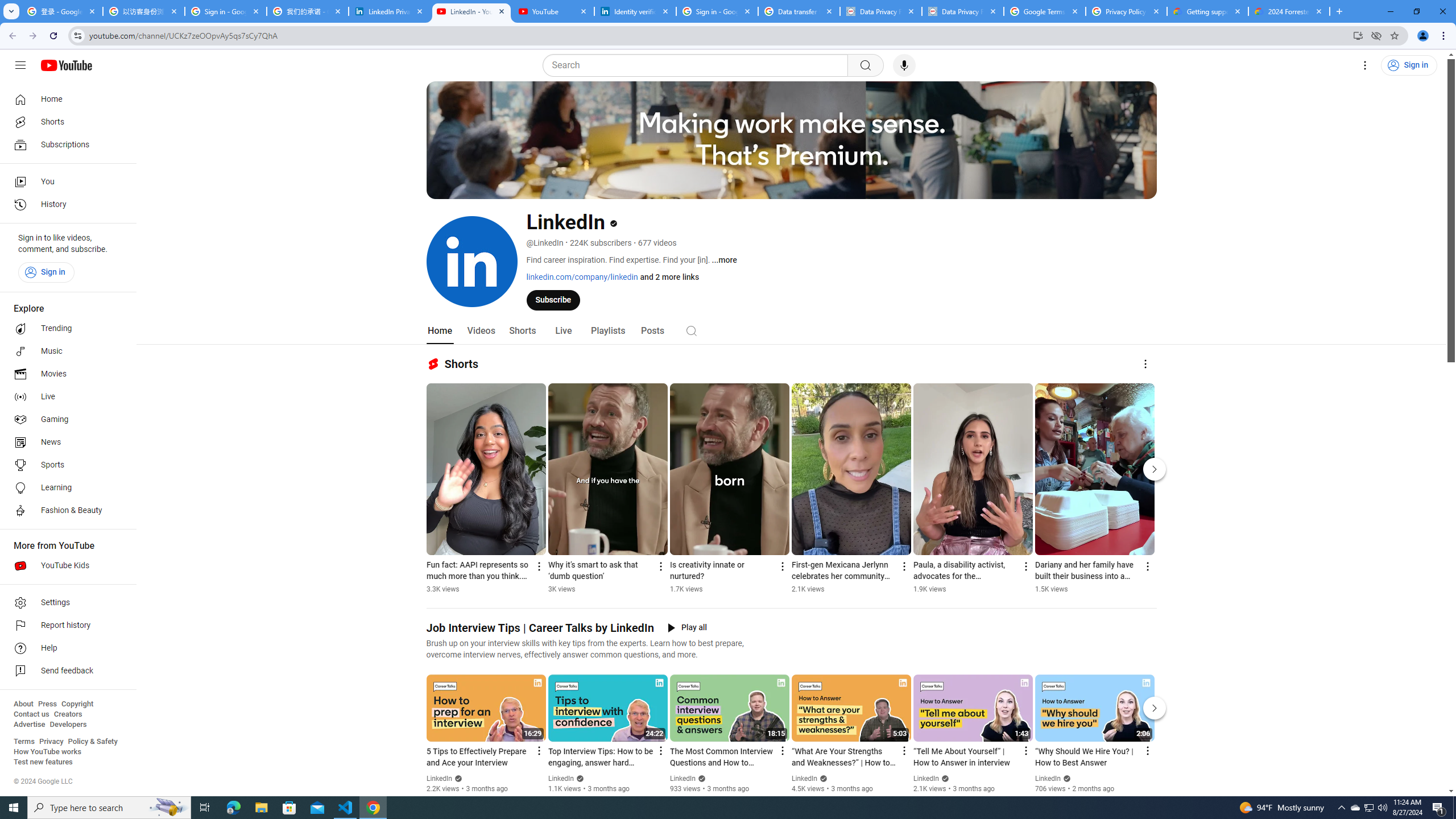 The width and height of the screenshot is (1456, 819). What do you see at coordinates (962, 11) in the screenshot?
I see `'Data Privacy Framework'` at bounding box center [962, 11].